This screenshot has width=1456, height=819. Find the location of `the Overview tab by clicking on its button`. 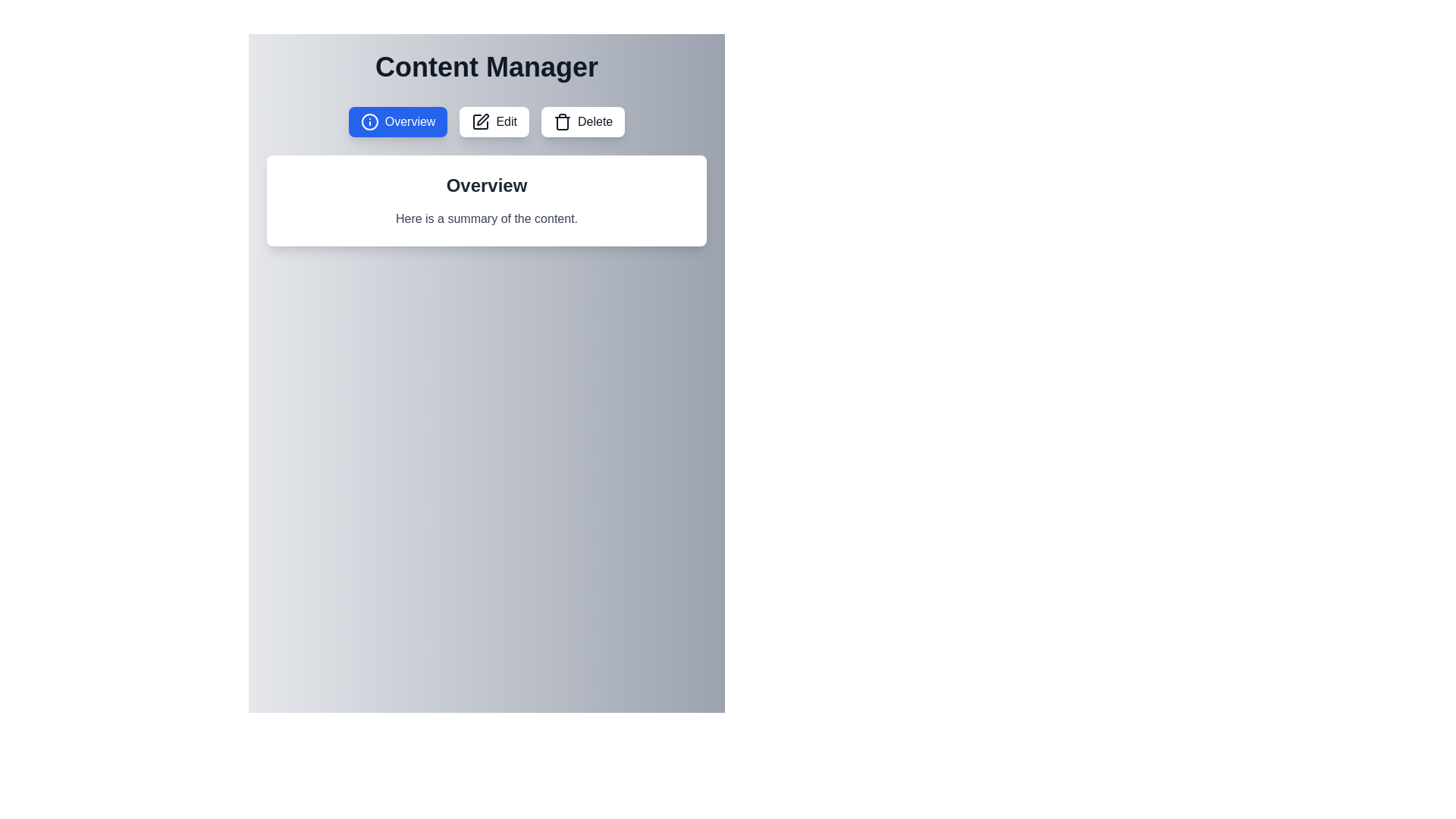

the Overview tab by clicking on its button is located at coordinates (397, 121).